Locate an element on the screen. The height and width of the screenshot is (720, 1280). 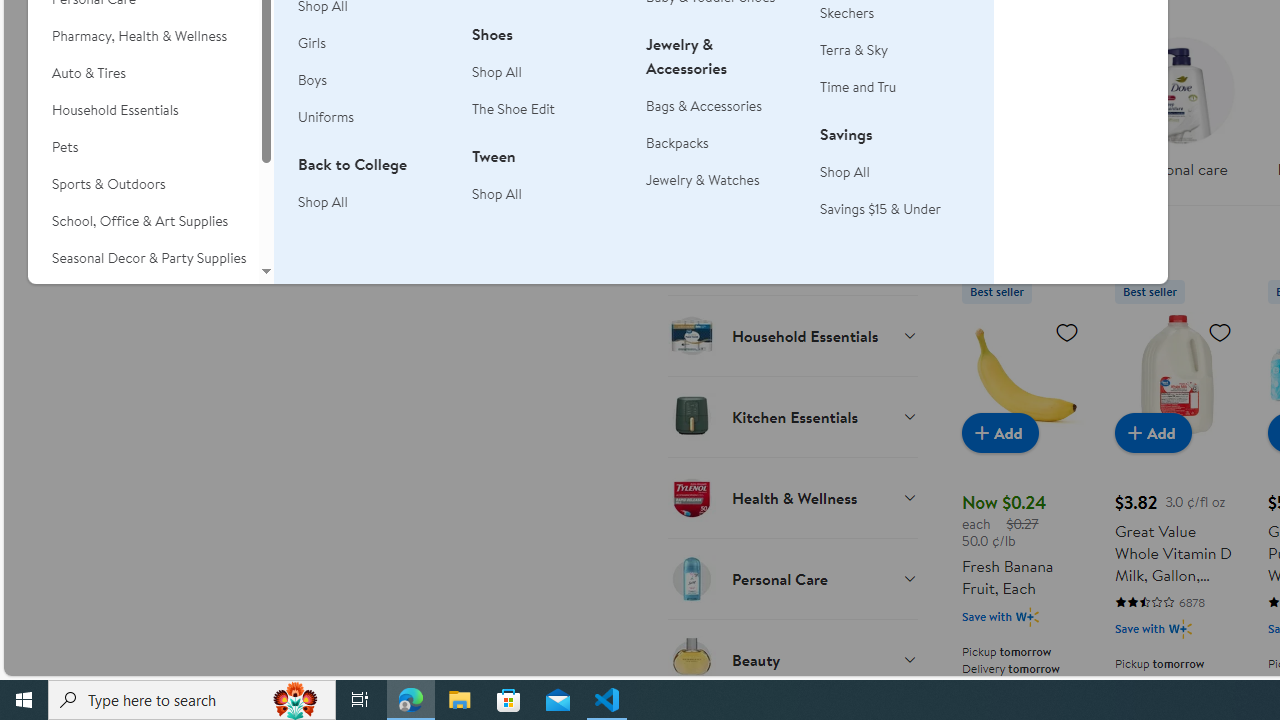
'Uniforms' is located at coordinates (373, 117).